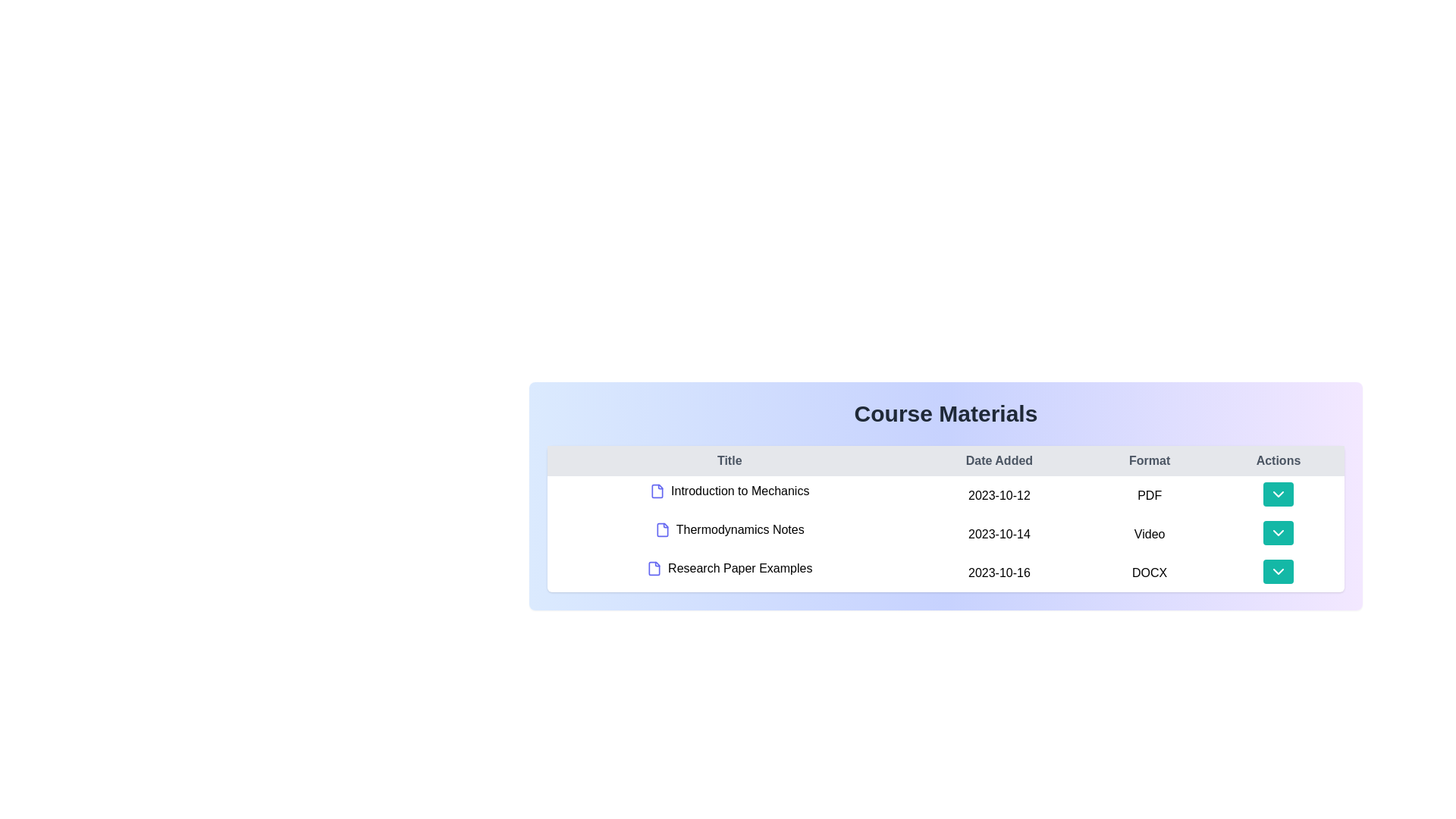 The image size is (1456, 819). Describe the element at coordinates (1277, 460) in the screenshot. I see `the header label located on the rightmost side of the horizontal header bar, which identifies the column for action options related to the listed items in the table` at that location.